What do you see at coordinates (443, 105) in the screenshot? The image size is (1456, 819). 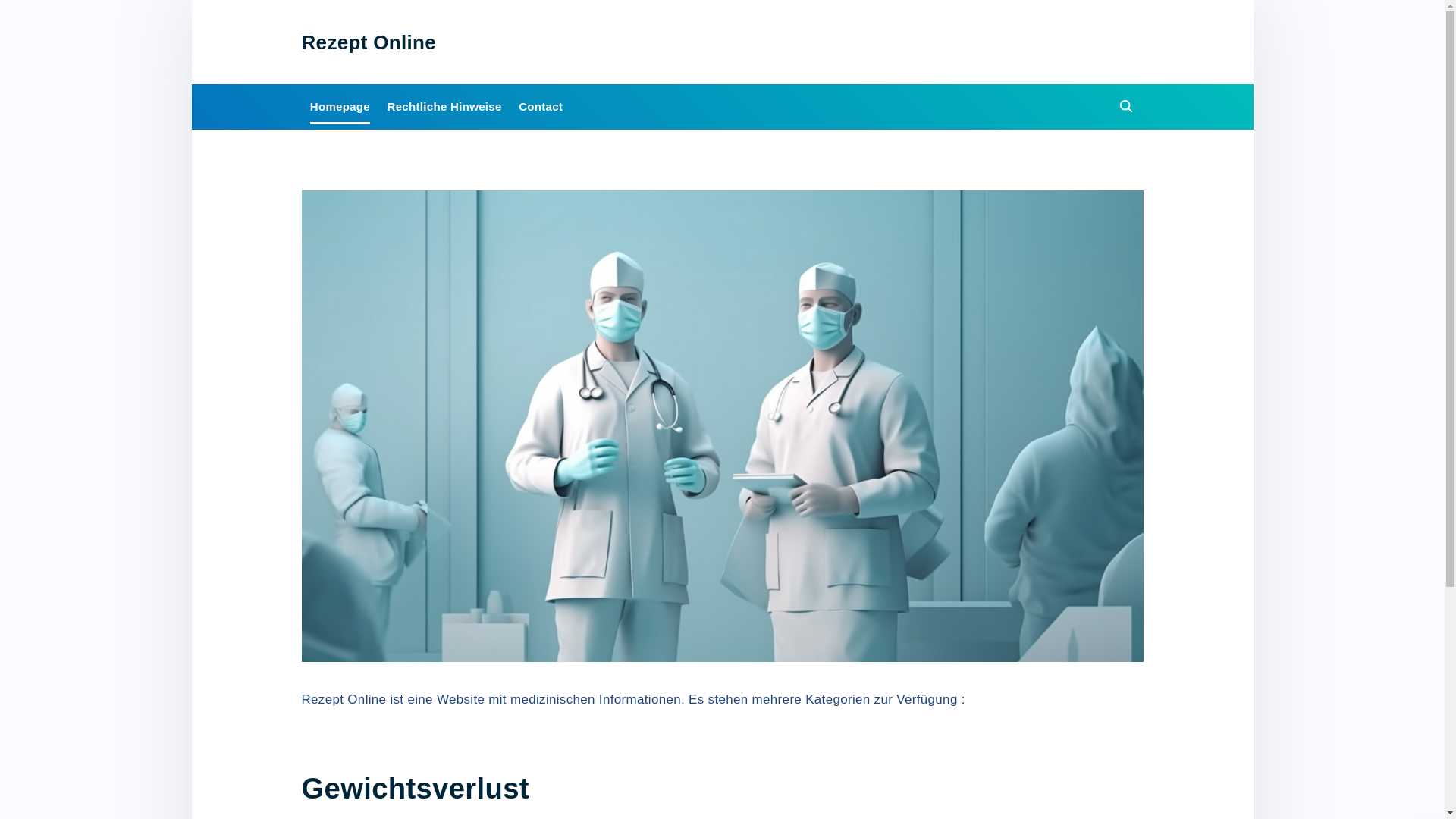 I see `'Rechtliche Hinweise'` at bounding box center [443, 105].